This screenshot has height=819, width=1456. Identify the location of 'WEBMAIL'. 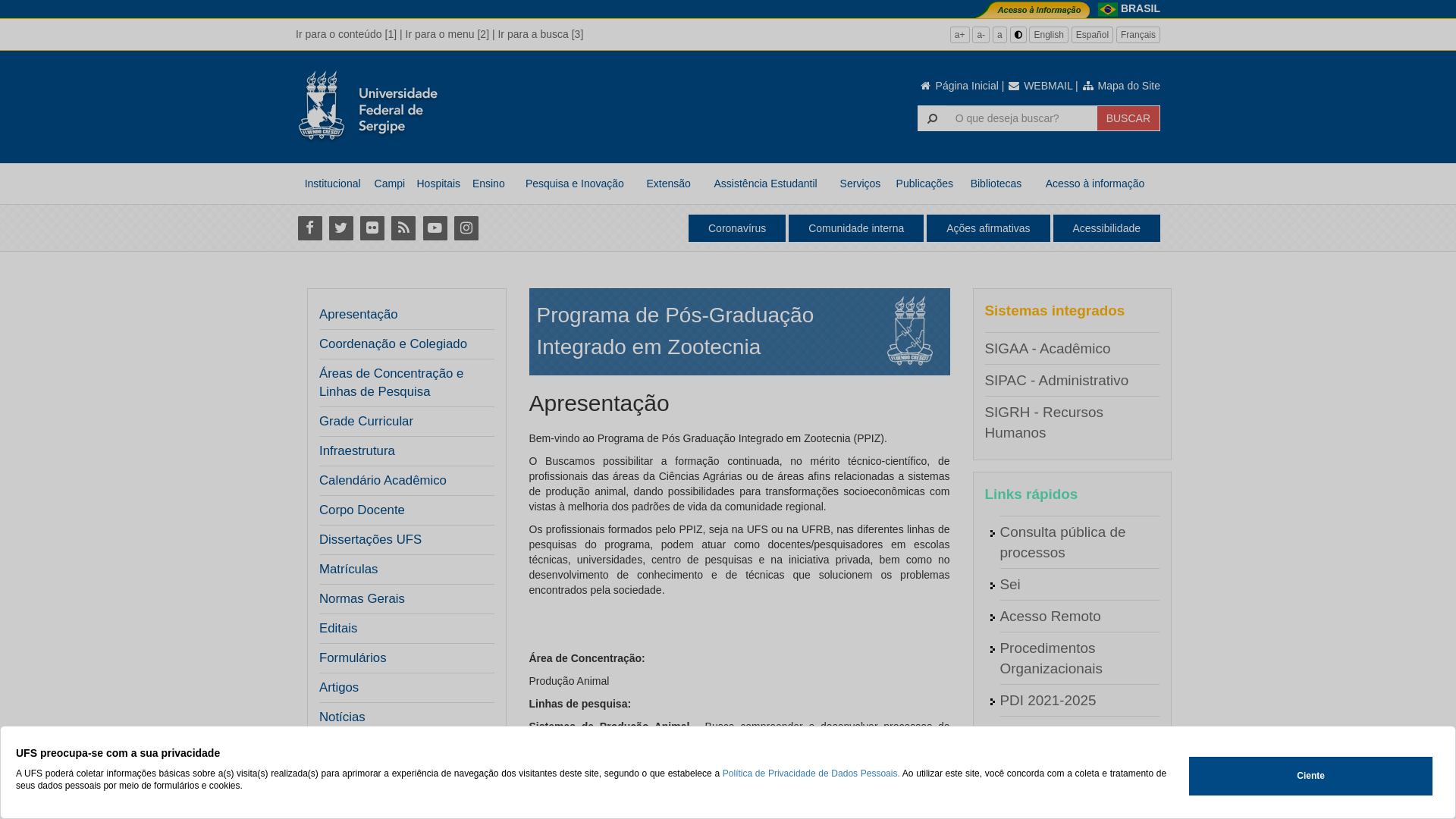
(1039, 85).